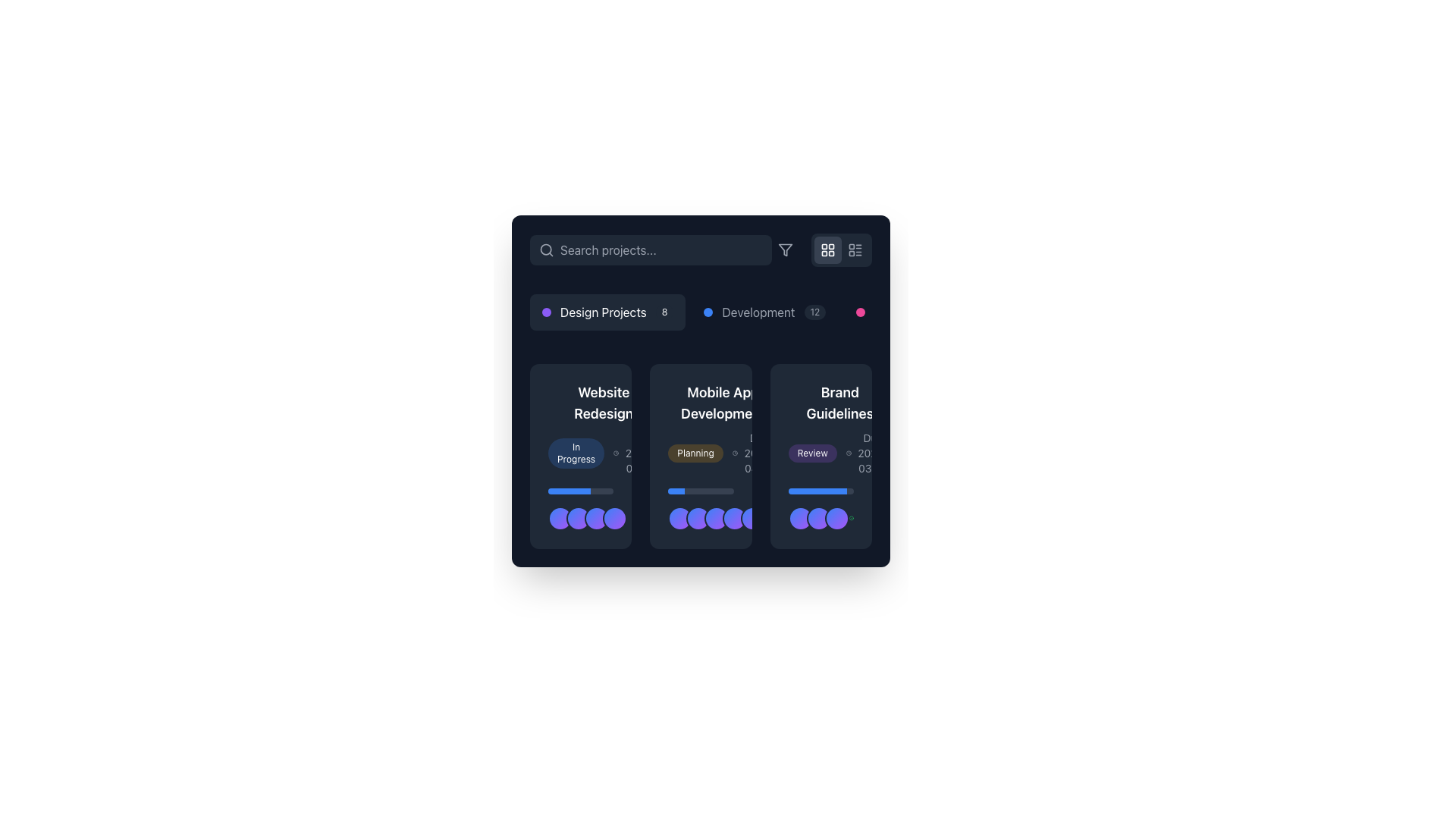  What do you see at coordinates (855, 249) in the screenshot?
I see `the list view icon located in the top-right area of the interface to switch the display to a list layout` at bounding box center [855, 249].